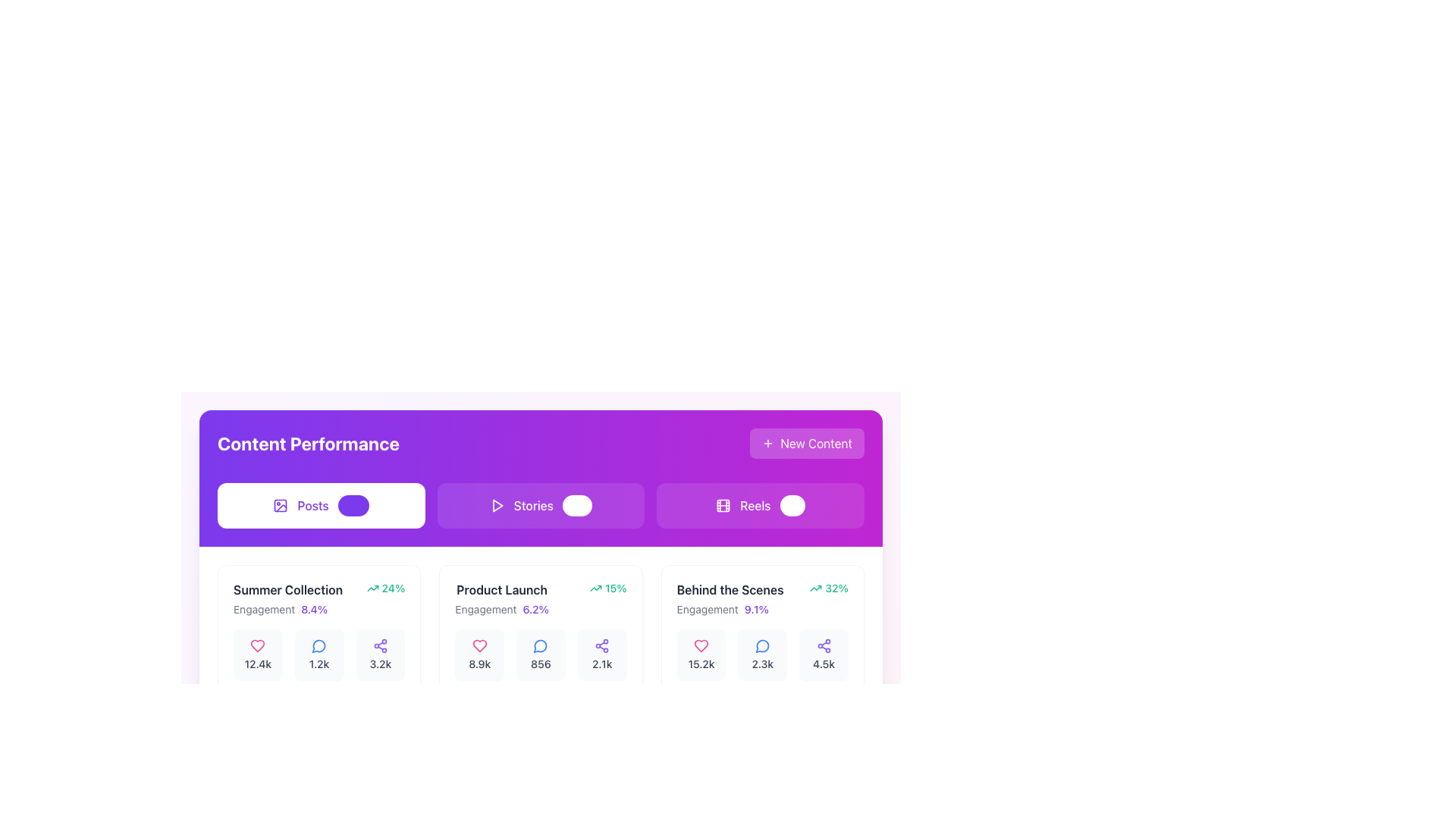 The width and height of the screenshot is (1456, 819). I want to click on the Text label indicating the meaning of the associated numeric data '6.2%' under the 'Content Performance' section, which is located on the left-hand side of the text '6.2%', so click(485, 608).